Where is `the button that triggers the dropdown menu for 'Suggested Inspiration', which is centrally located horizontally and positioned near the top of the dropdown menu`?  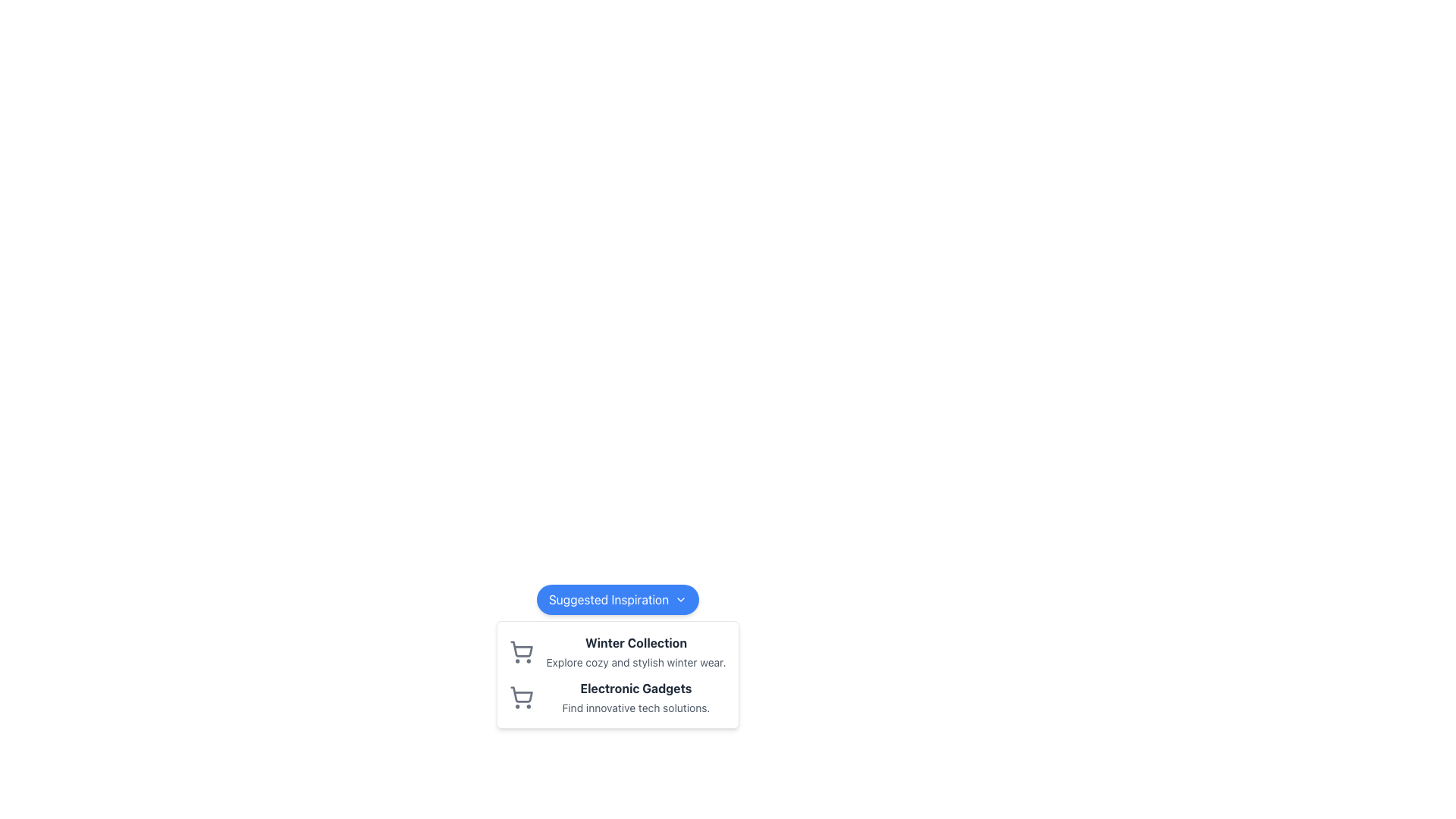
the button that triggers the dropdown menu for 'Suggested Inspiration', which is centrally located horizontally and positioned near the top of the dropdown menu is located at coordinates (618, 598).